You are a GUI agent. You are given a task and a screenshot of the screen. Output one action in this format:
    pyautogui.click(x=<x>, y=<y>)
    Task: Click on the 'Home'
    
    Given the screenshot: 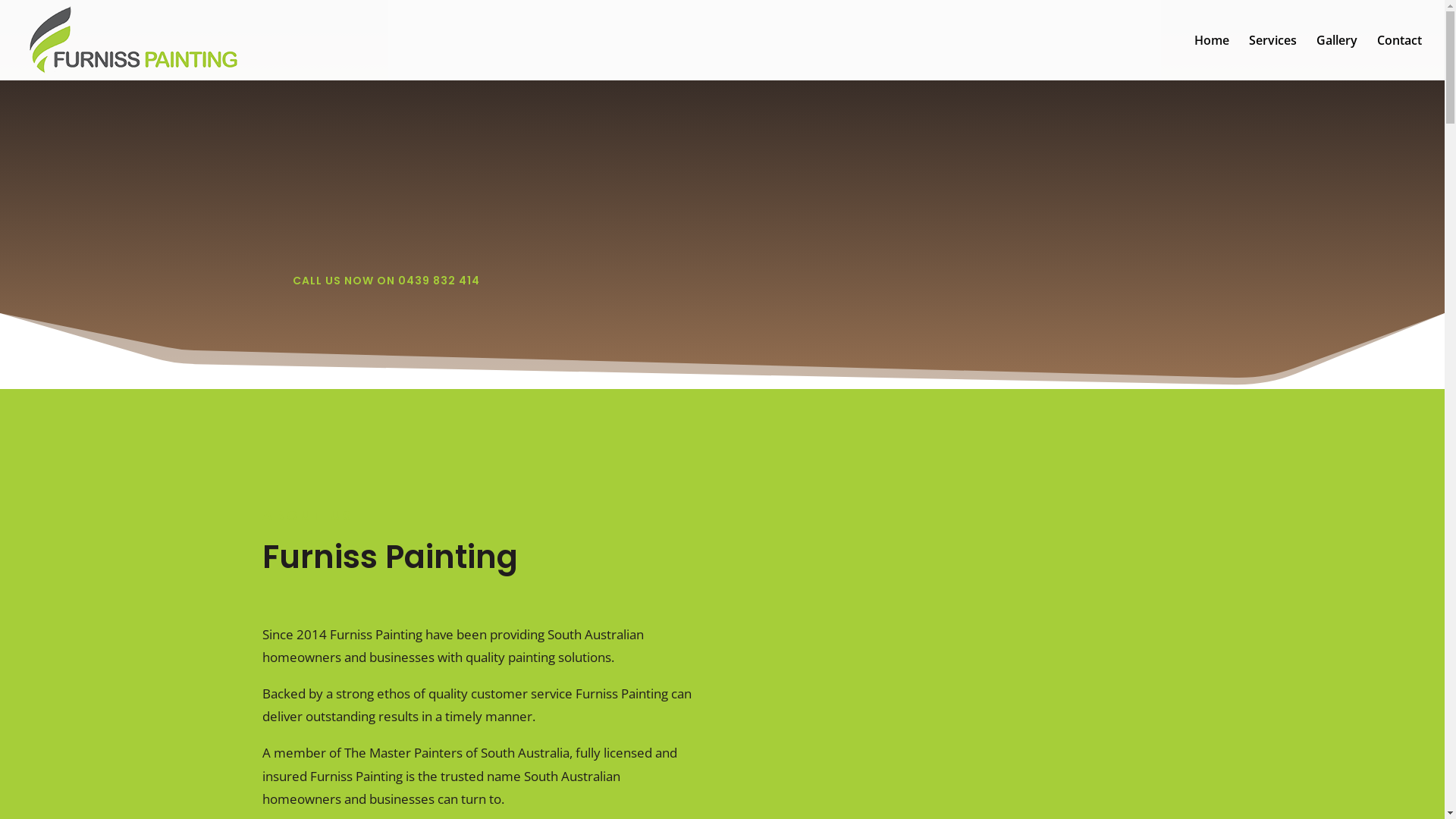 What is the action you would take?
    pyautogui.click(x=1211, y=57)
    